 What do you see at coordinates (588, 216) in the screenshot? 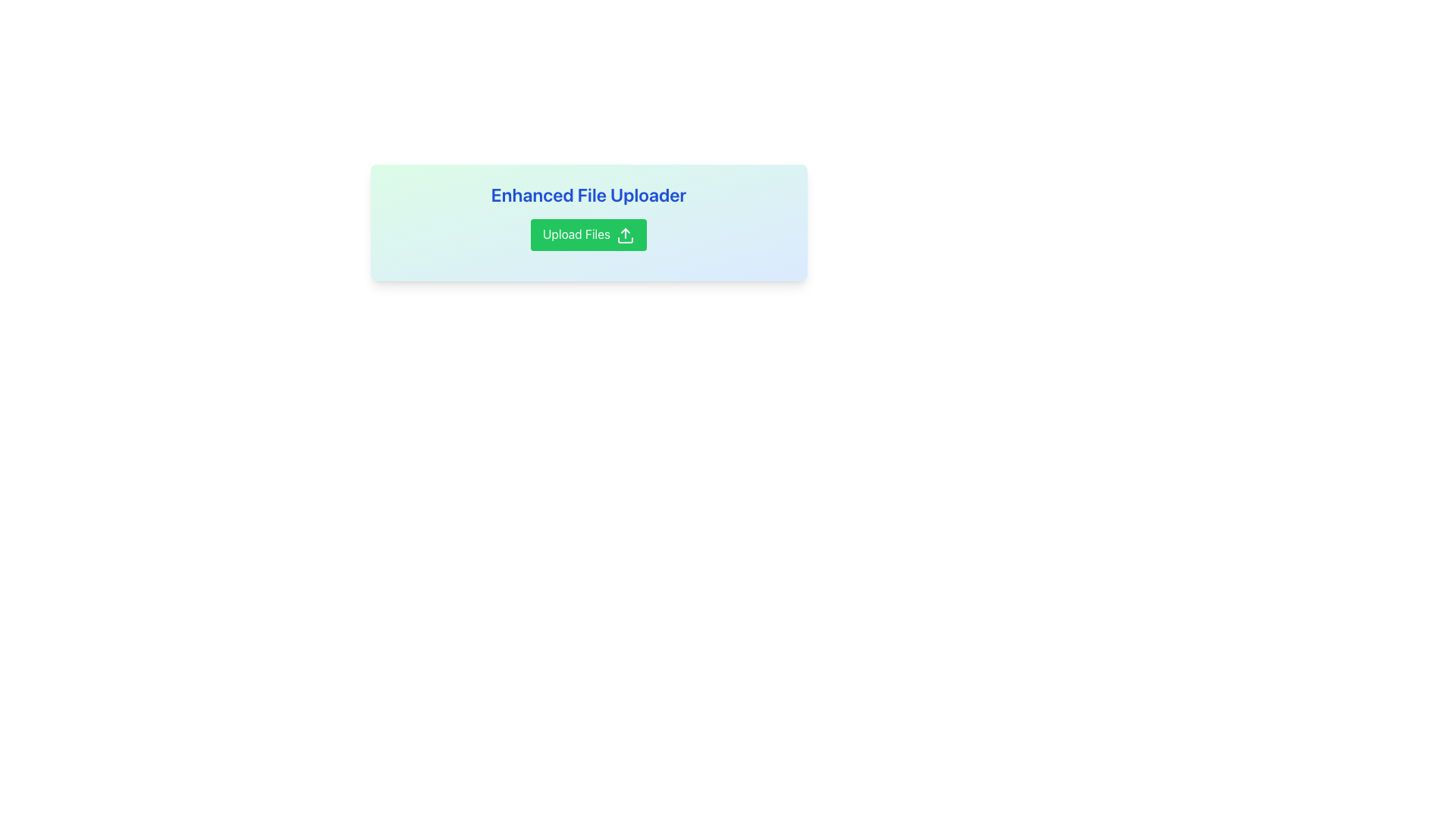
I see `the title 'Enhanced File Uploader'` at bounding box center [588, 216].